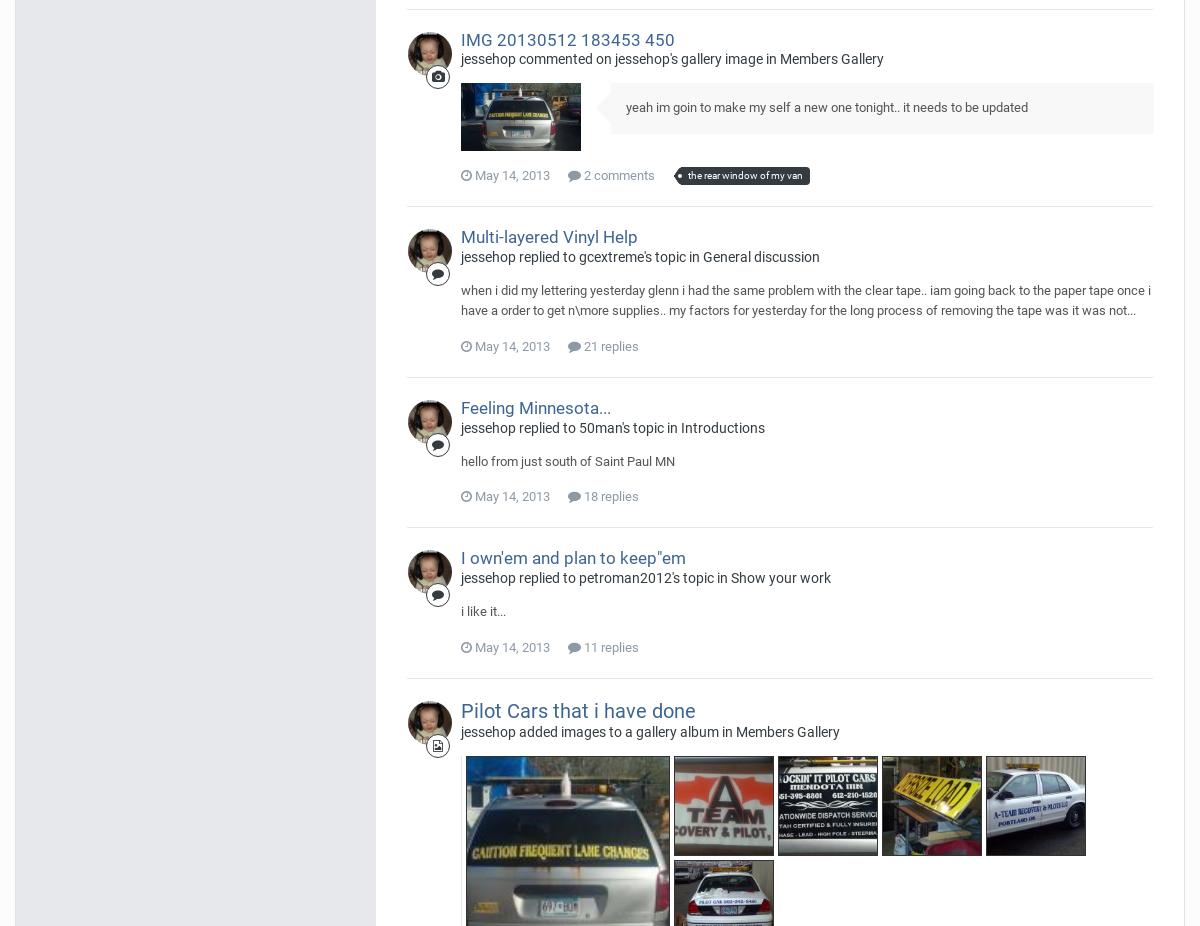  What do you see at coordinates (609, 346) in the screenshot?
I see `'21 replies'` at bounding box center [609, 346].